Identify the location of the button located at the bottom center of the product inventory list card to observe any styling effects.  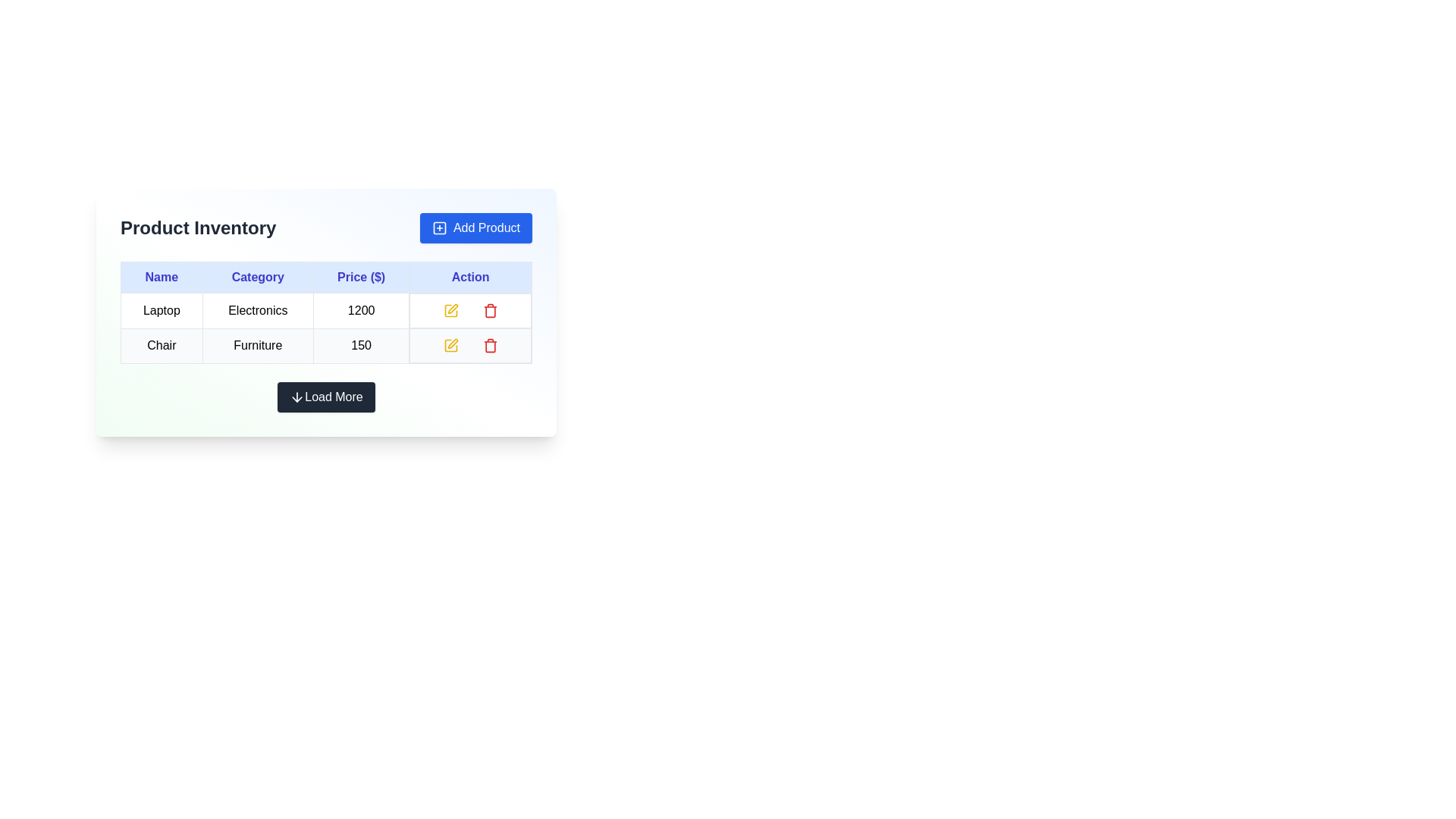
(325, 397).